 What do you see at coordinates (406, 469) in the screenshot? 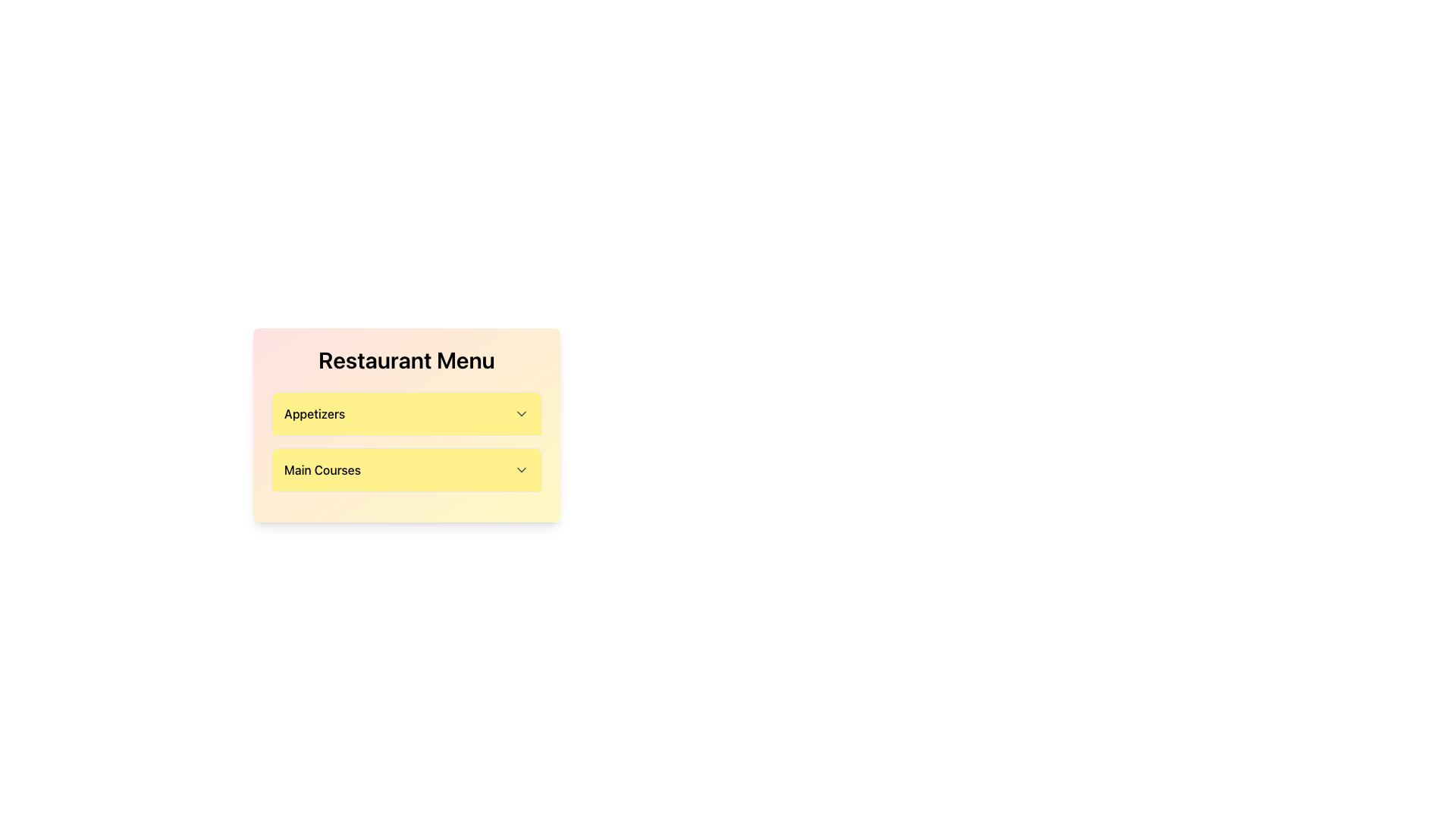
I see `the 'Main Courses' dropdown menu button` at bounding box center [406, 469].